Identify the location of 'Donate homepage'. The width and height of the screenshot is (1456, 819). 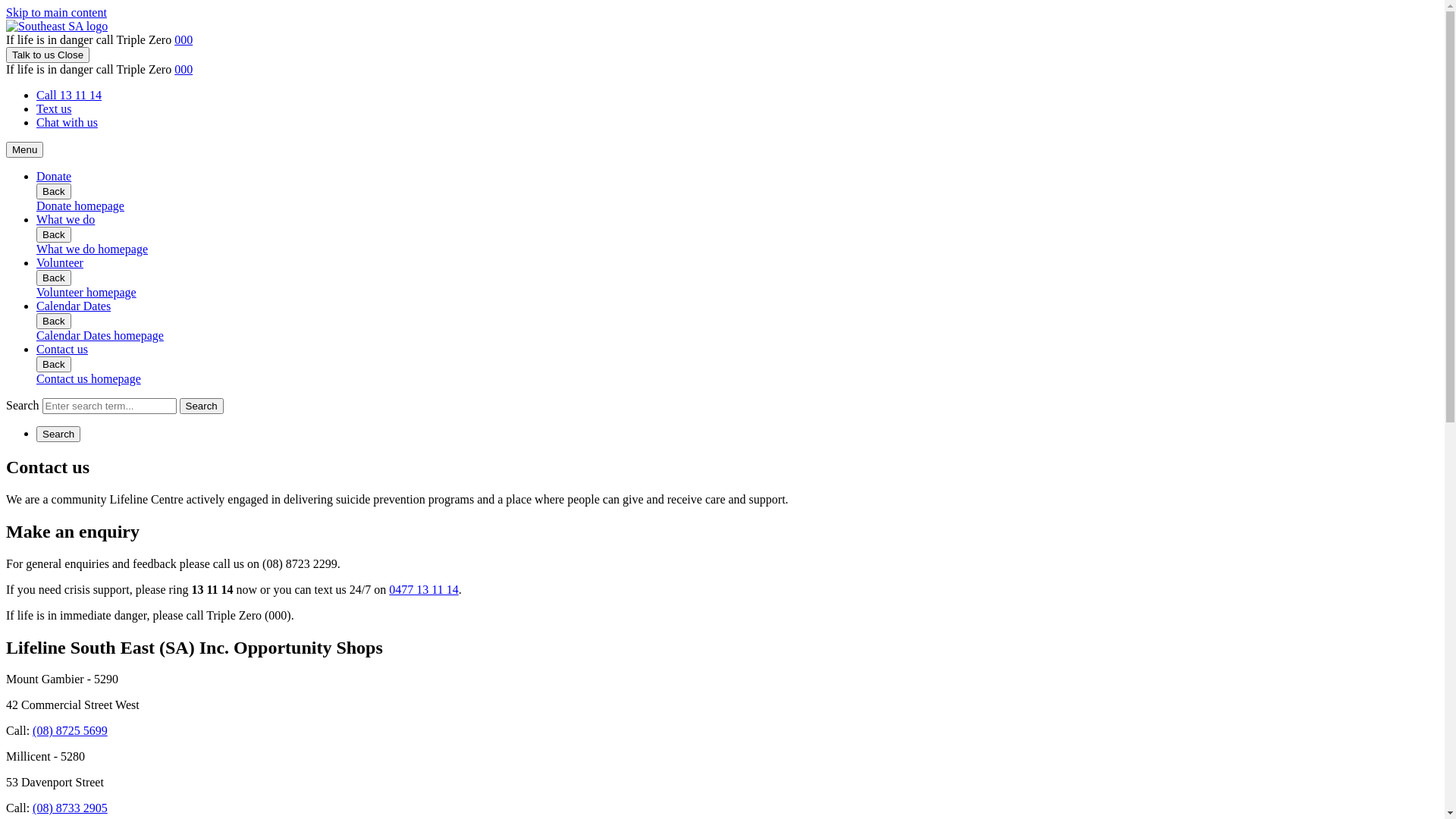
(36, 206).